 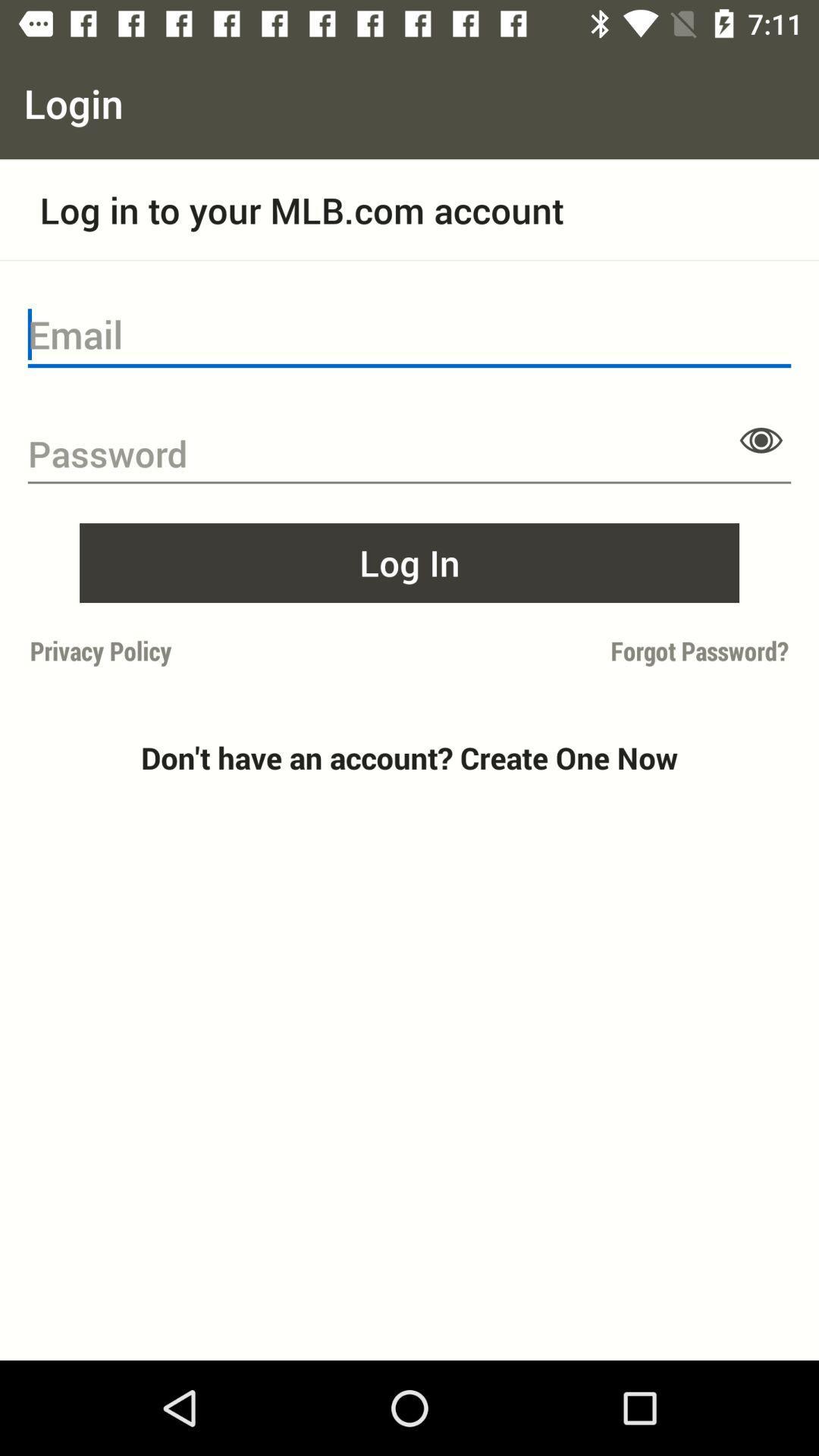 I want to click on item at the top right corner, so click(x=761, y=439).